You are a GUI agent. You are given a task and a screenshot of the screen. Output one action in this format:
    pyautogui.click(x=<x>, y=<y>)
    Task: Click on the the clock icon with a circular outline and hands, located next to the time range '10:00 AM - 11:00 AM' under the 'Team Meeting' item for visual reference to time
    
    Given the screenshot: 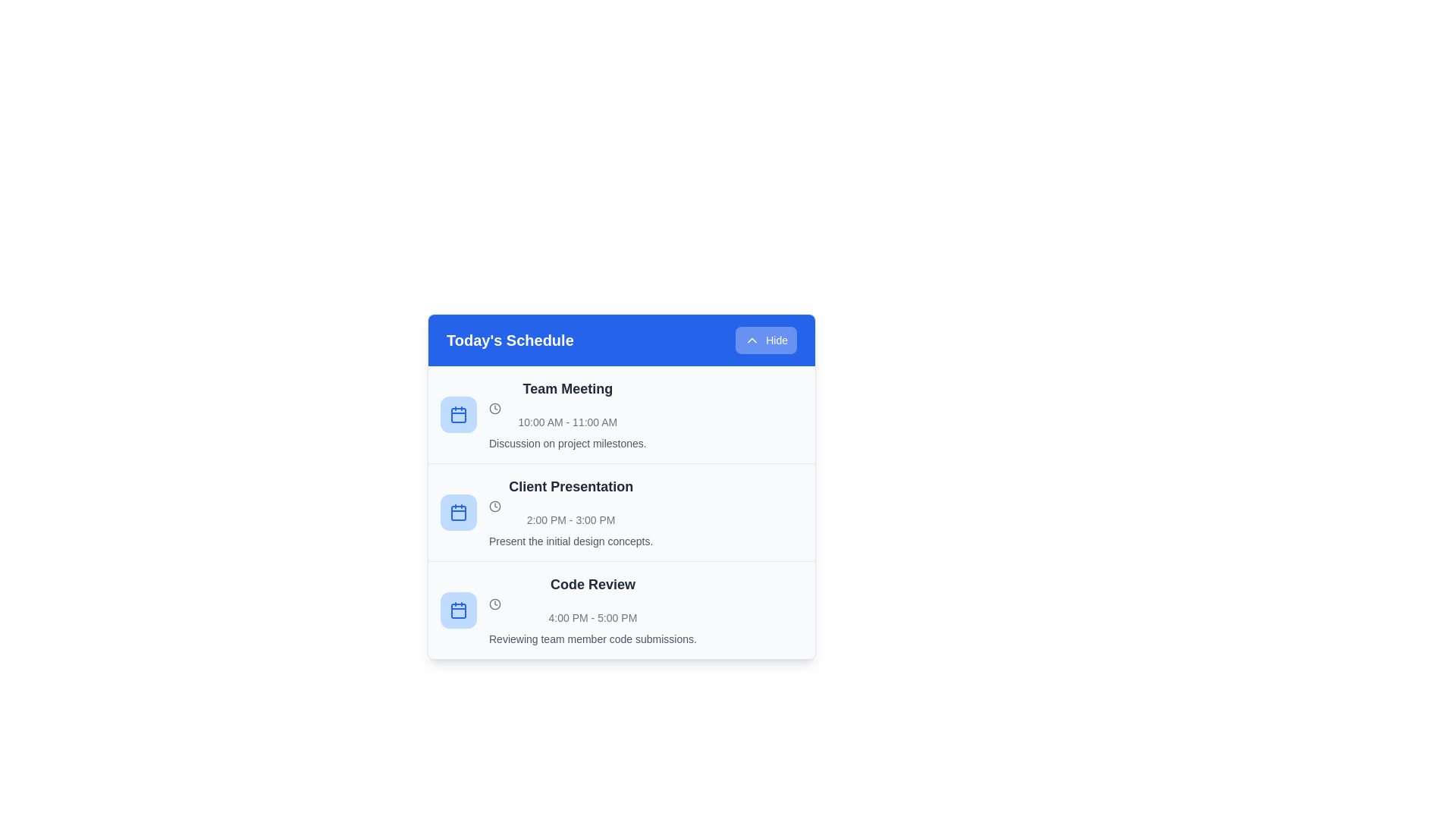 What is the action you would take?
    pyautogui.click(x=494, y=408)
    